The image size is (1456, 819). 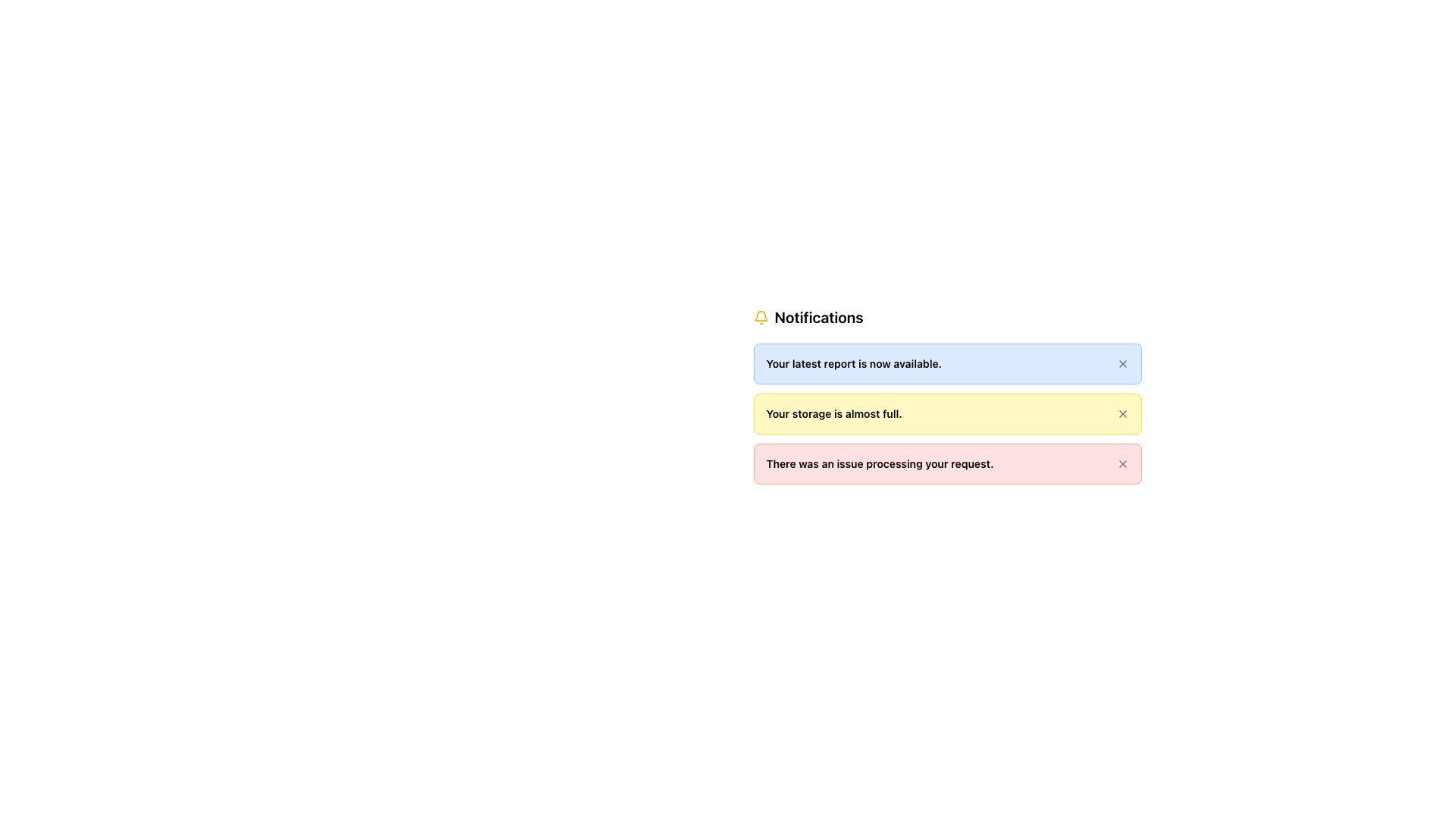 What do you see at coordinates (1122, 414) in the screenshot?
I see `the small cross-shaped gray button` at bounding box center [1122, 414].